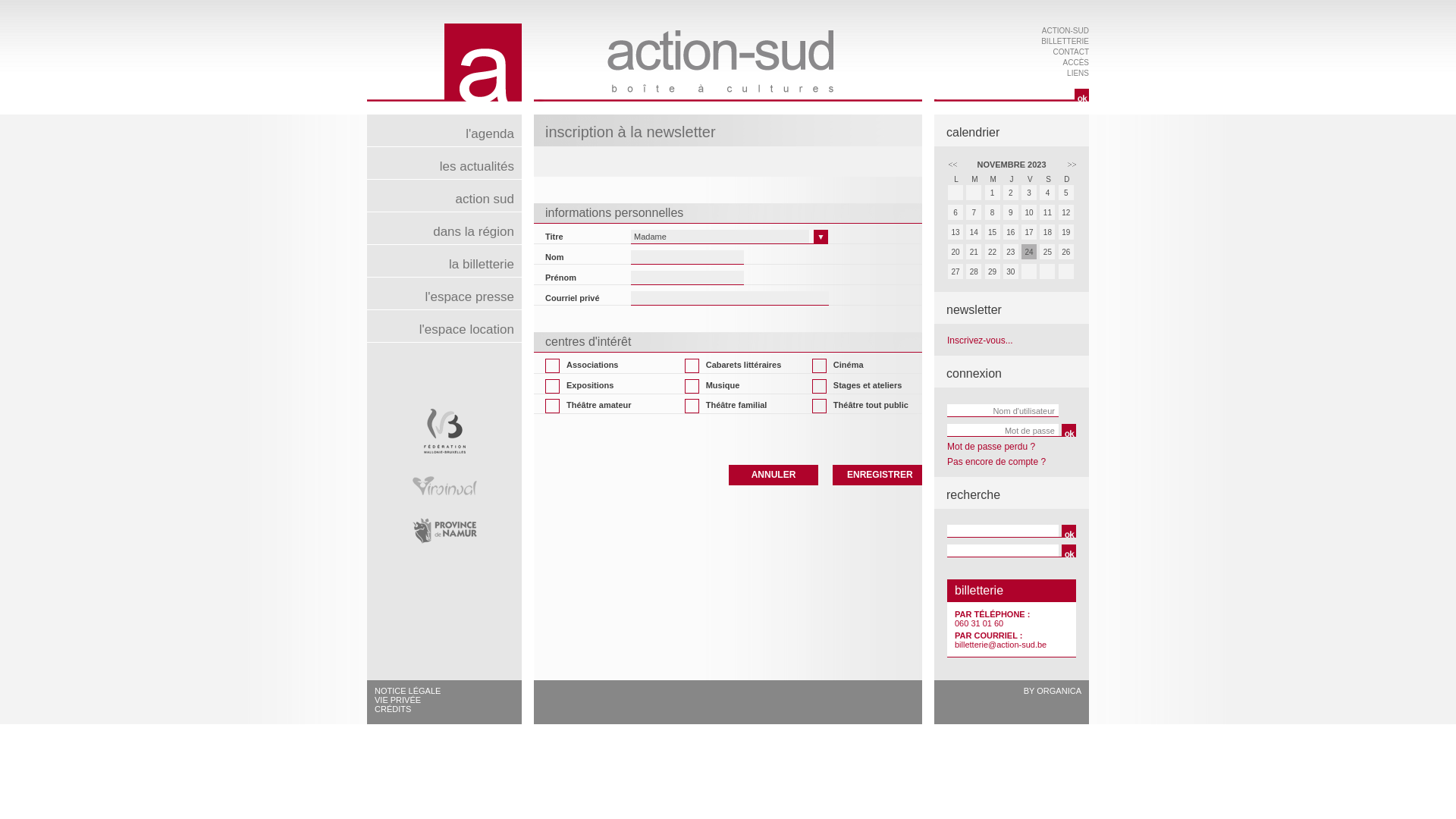  Describe the element at coordinates (993, 234) in the screenshot. I see `'15'` at that location.